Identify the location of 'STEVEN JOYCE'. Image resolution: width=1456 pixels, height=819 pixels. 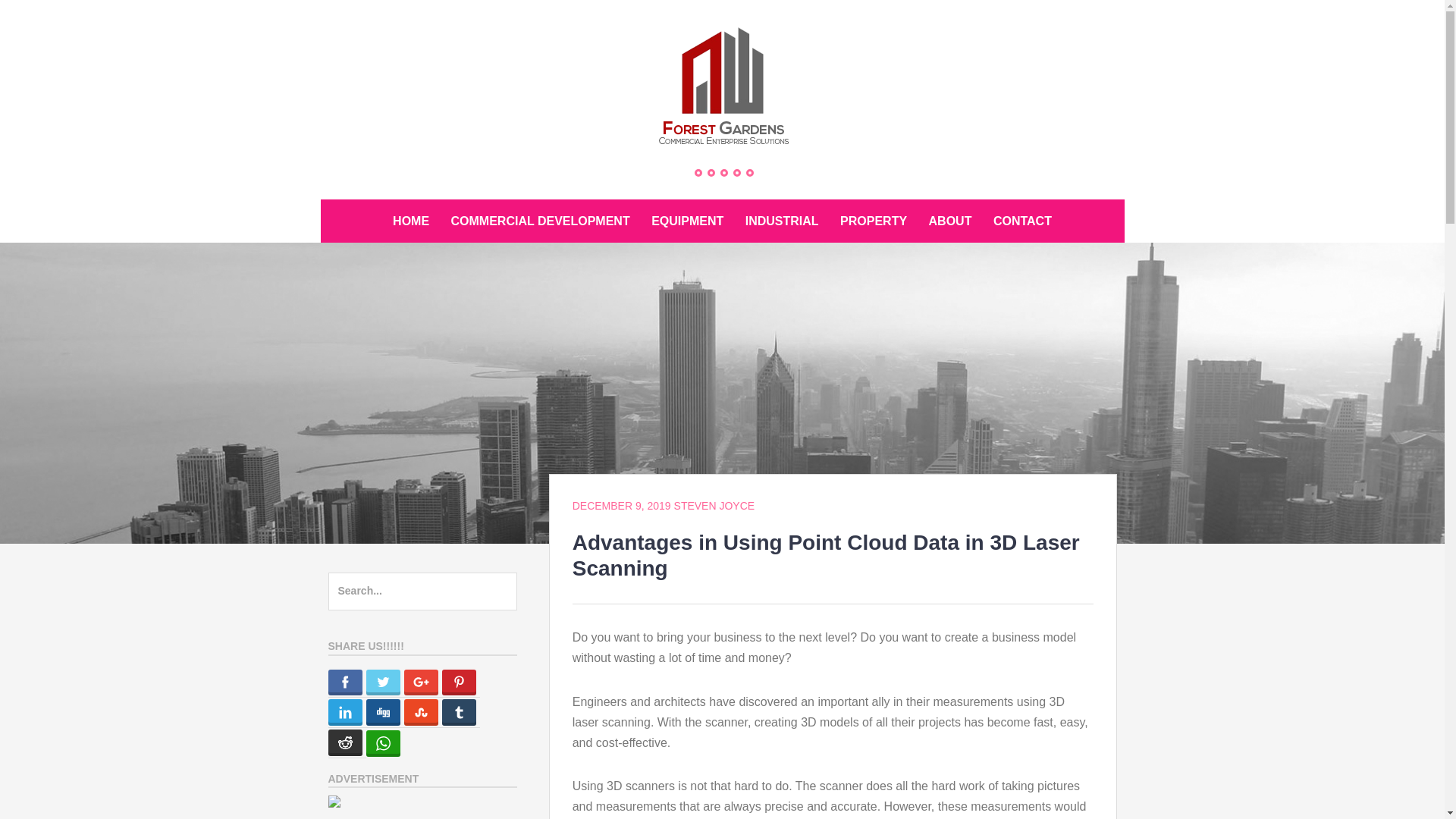
(714, 506).